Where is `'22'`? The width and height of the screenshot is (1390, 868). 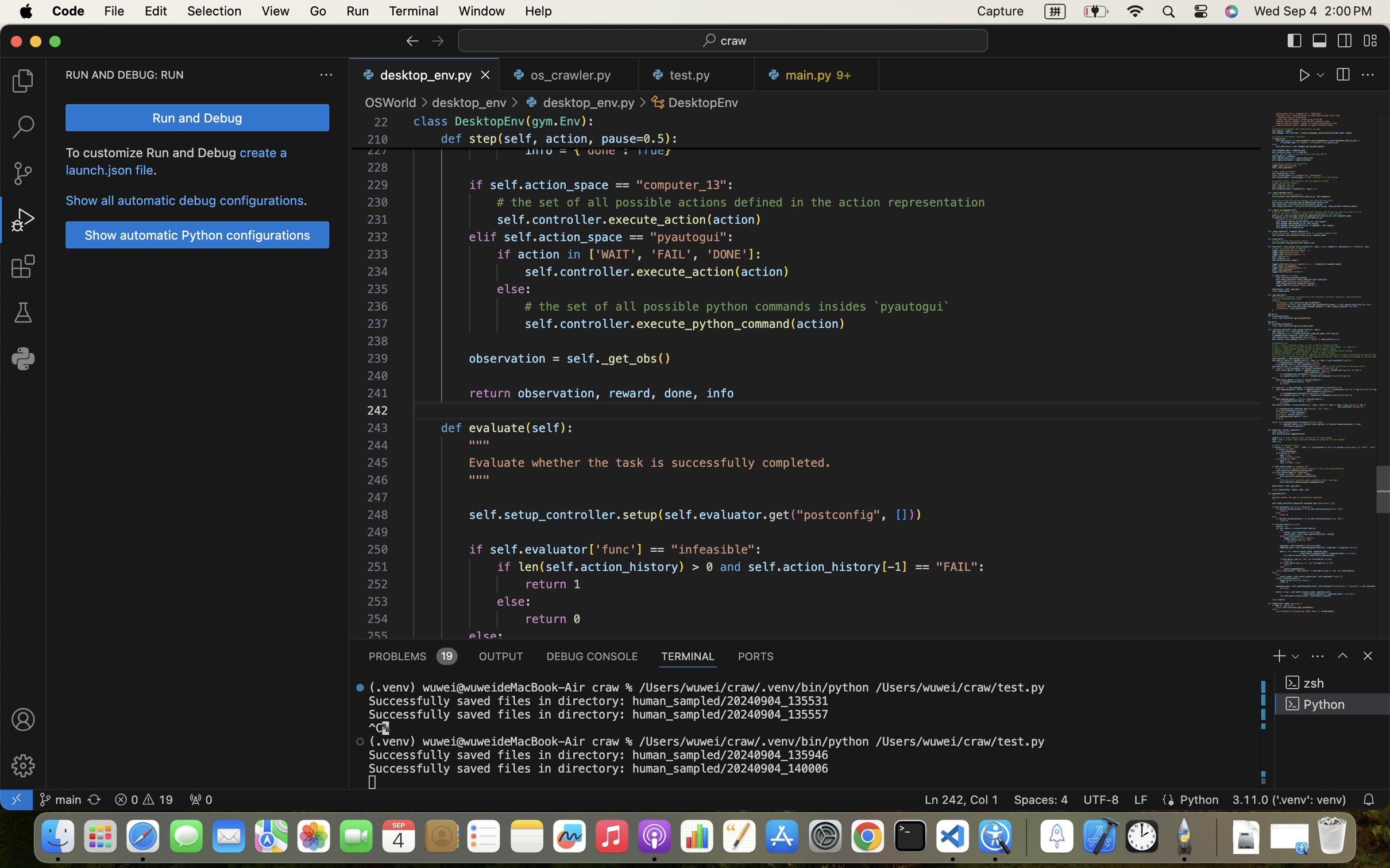 '22' is located at coordinates (380, 122).